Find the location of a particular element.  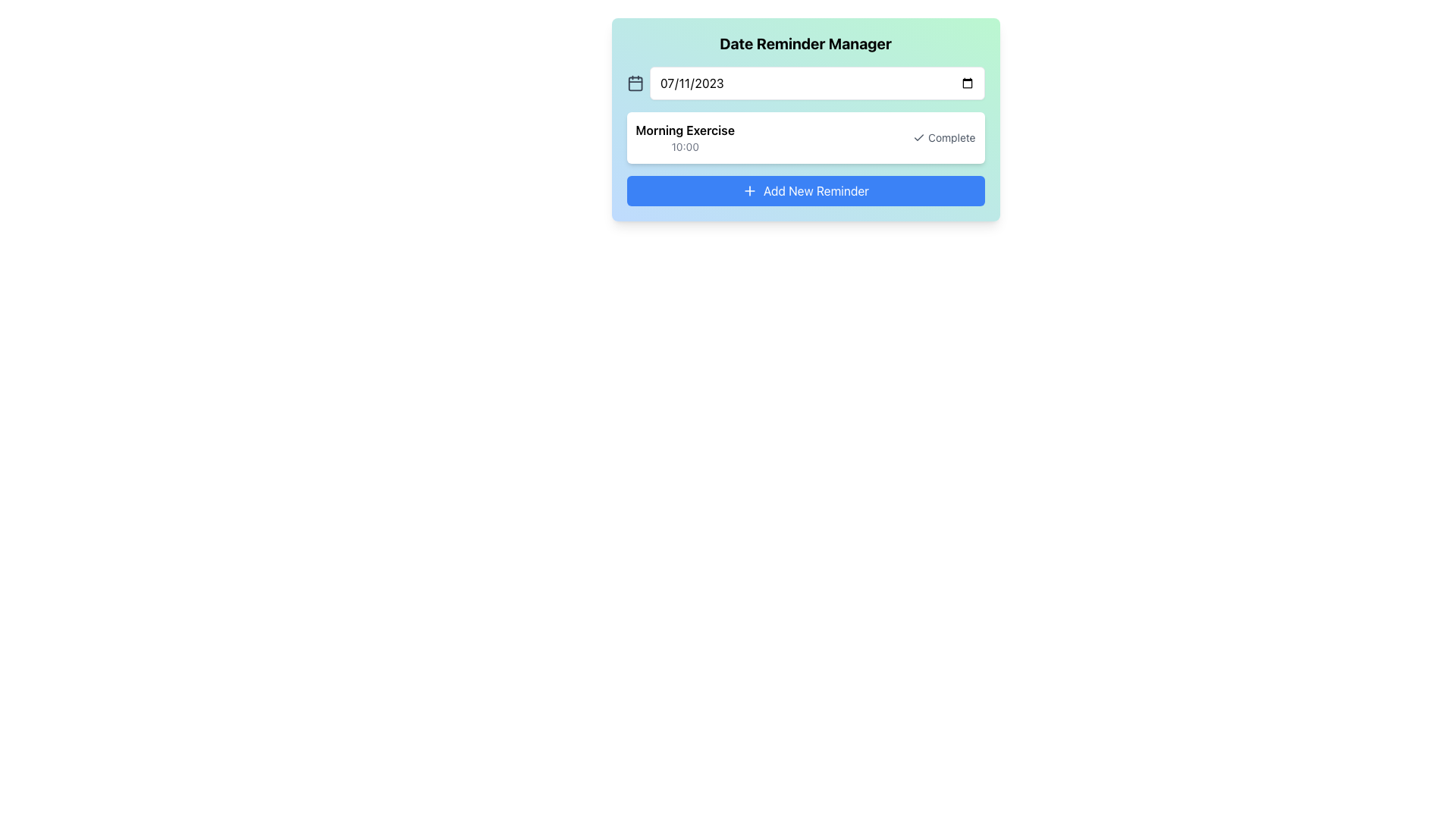

the text block displaying 'Morning Exercise' and '10:00', which is located below the date input section labeled '07/11/2023' is located at coordinates (684, 137).